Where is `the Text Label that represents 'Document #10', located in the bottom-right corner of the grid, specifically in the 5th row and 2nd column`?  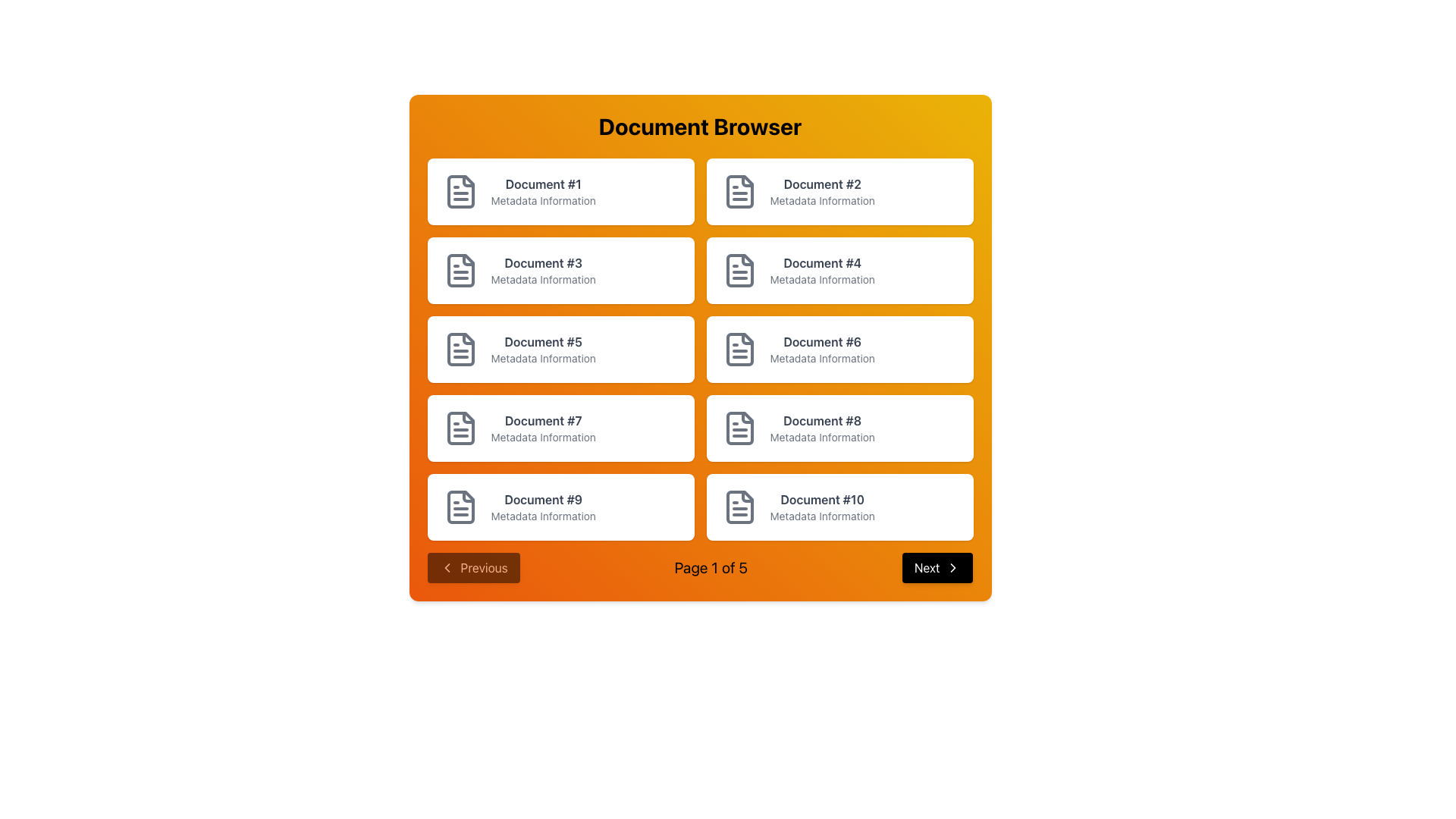 the Text Label that represents 'Document #10', located in the bottom-right corner of the grid, specifically in the 5th row and 2nd column is located at coordinates (821, 507).